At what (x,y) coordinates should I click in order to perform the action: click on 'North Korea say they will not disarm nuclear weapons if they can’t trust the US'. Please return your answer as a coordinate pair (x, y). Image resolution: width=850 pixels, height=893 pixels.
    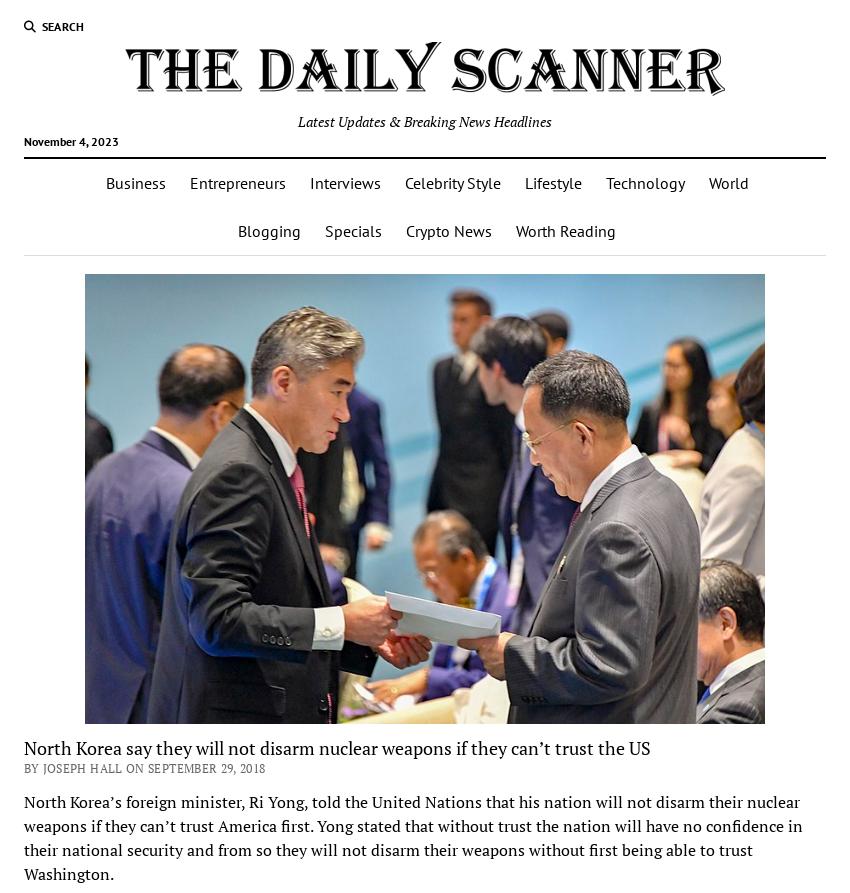
    Looking at the image, I should click on (336, 745).